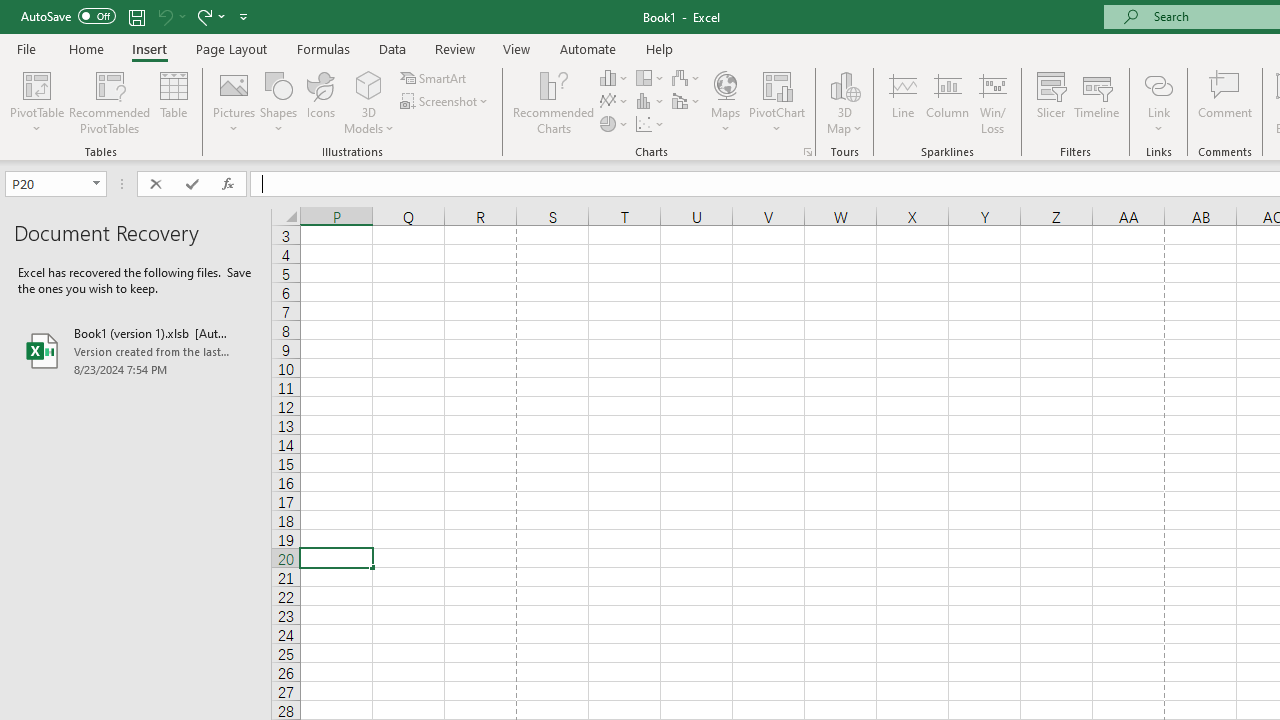 This screenshot has width=1280, height=720. Describe the element at coordinates (369, 103) in the screenshot. I see `'3D Models'` at that location.